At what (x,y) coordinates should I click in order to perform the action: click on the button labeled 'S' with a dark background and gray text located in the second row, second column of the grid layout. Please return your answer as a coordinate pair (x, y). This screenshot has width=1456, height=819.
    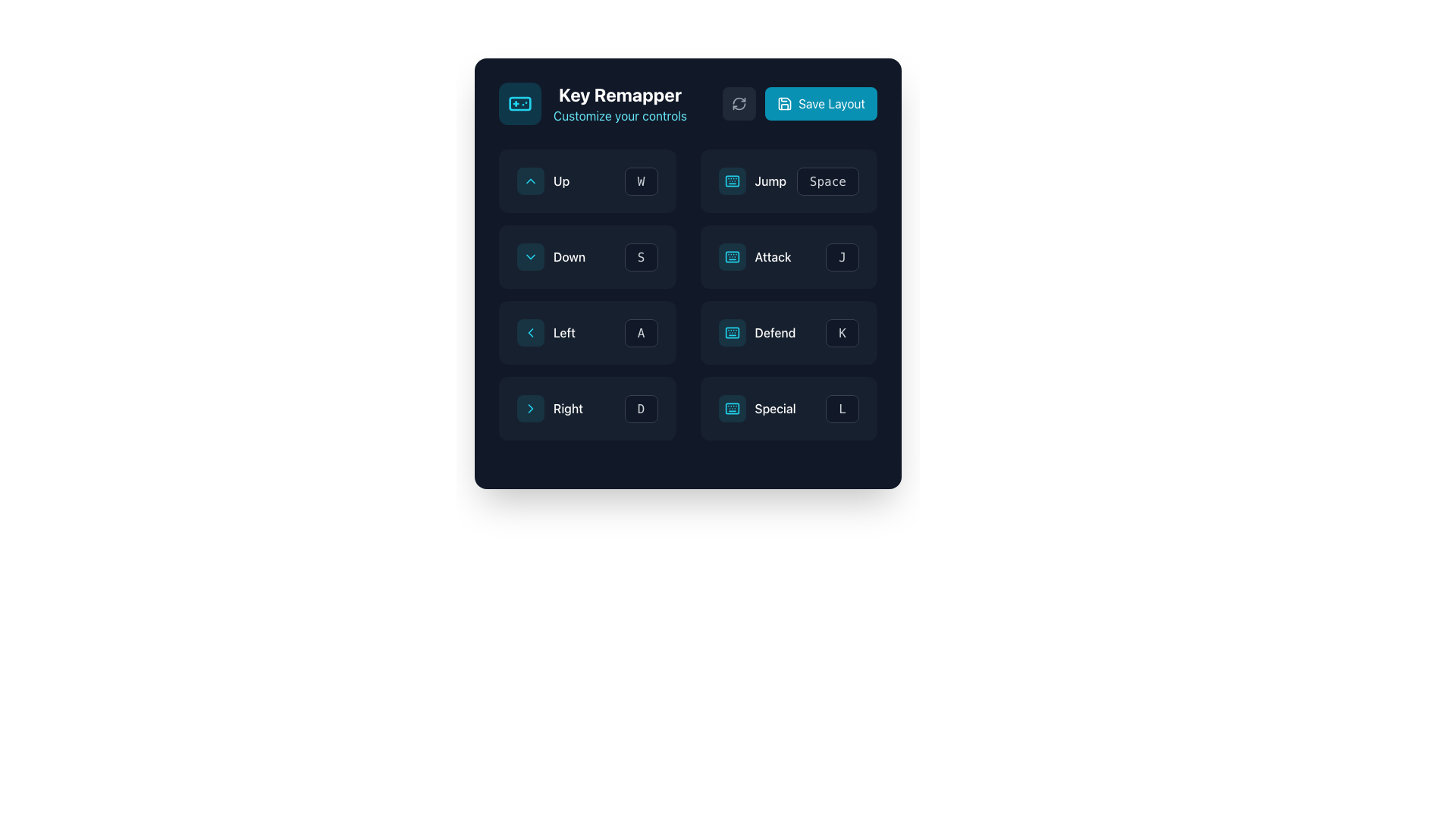
    Looking at the image, I should click on (641, 256).